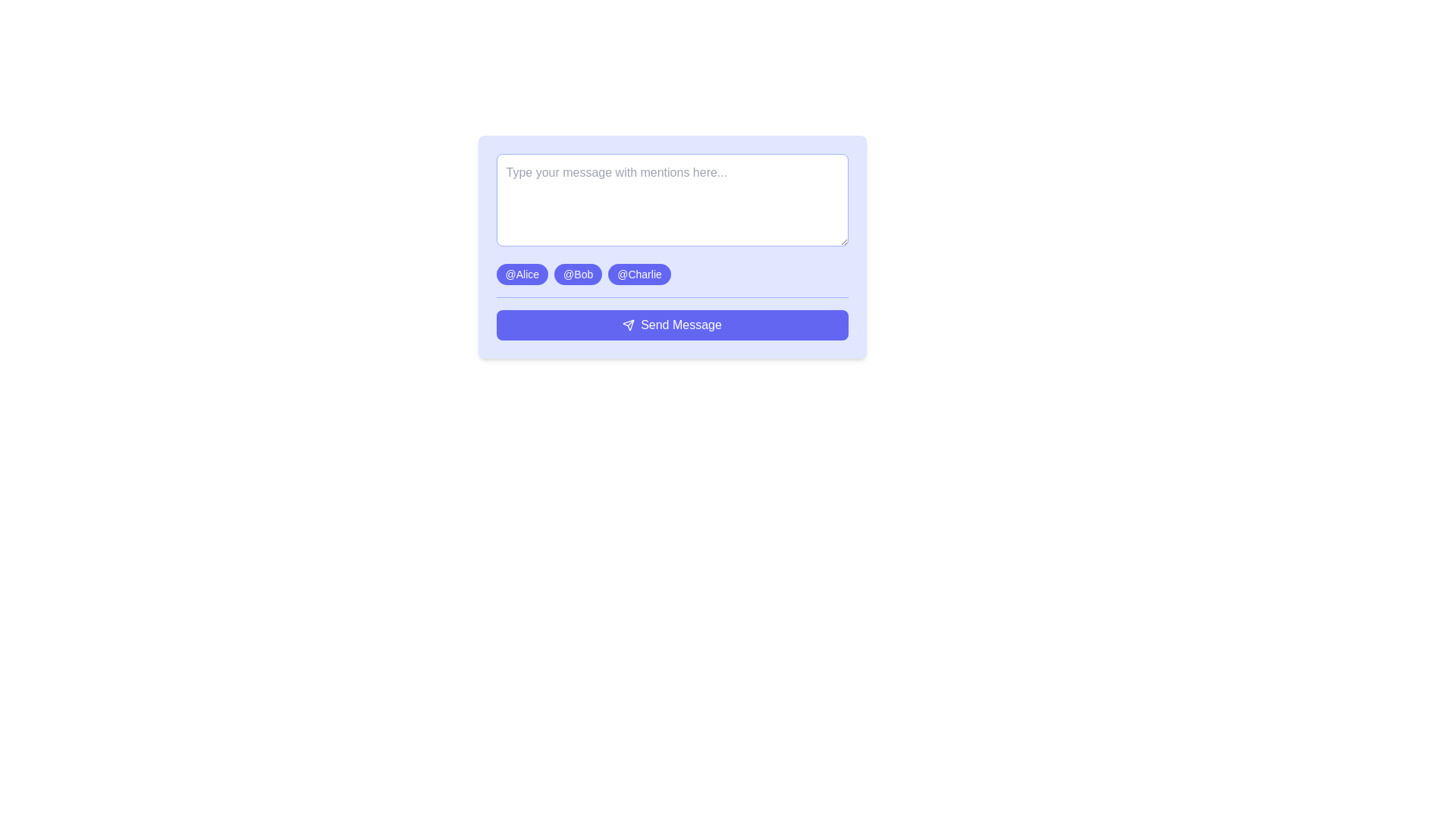 The image size is (1456, 819). What do you see at coordinates (671, 297) in the screenshot?
I see `the indigo horizontal Separator line located centrally between the user tags ('@Alice', '@Bob', '@Charlie') and the 'Send Message' button` at bounding box center [671, 297].